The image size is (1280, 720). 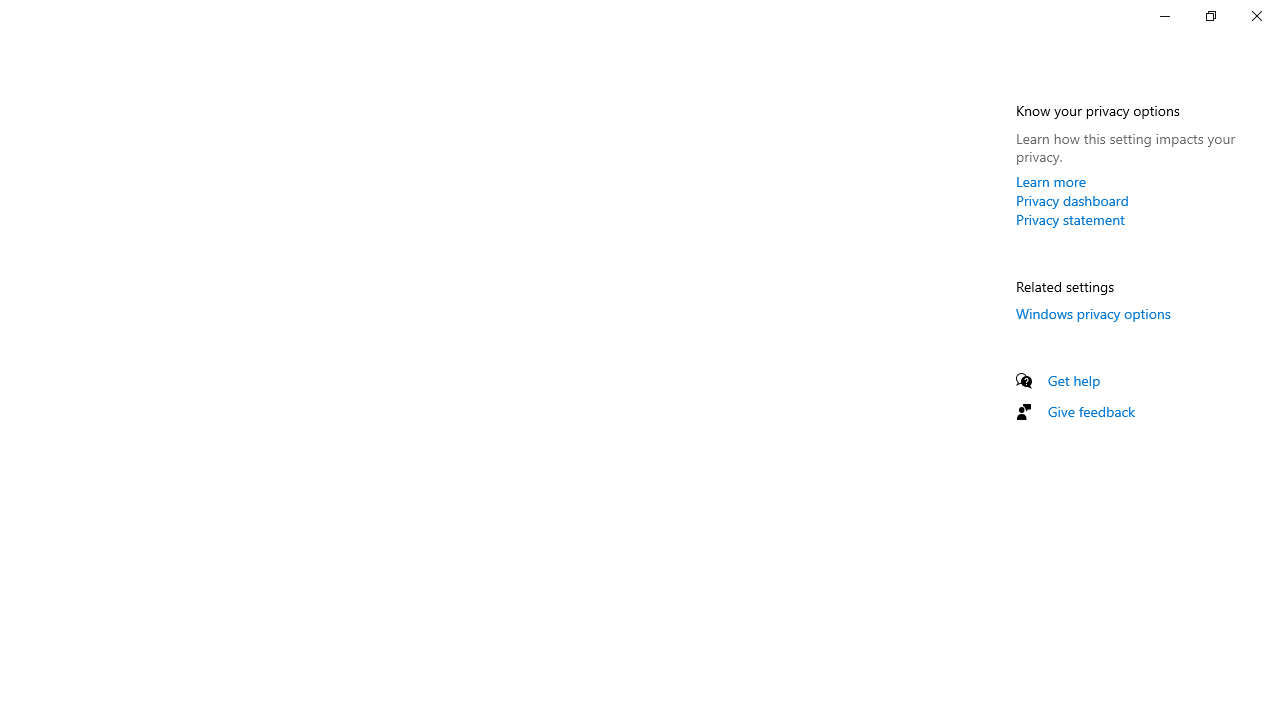 What do you see at coordinates (1092, 313) in the screenshot?
I see `'Windows privacy options'` at bounding box center [1092, 313].